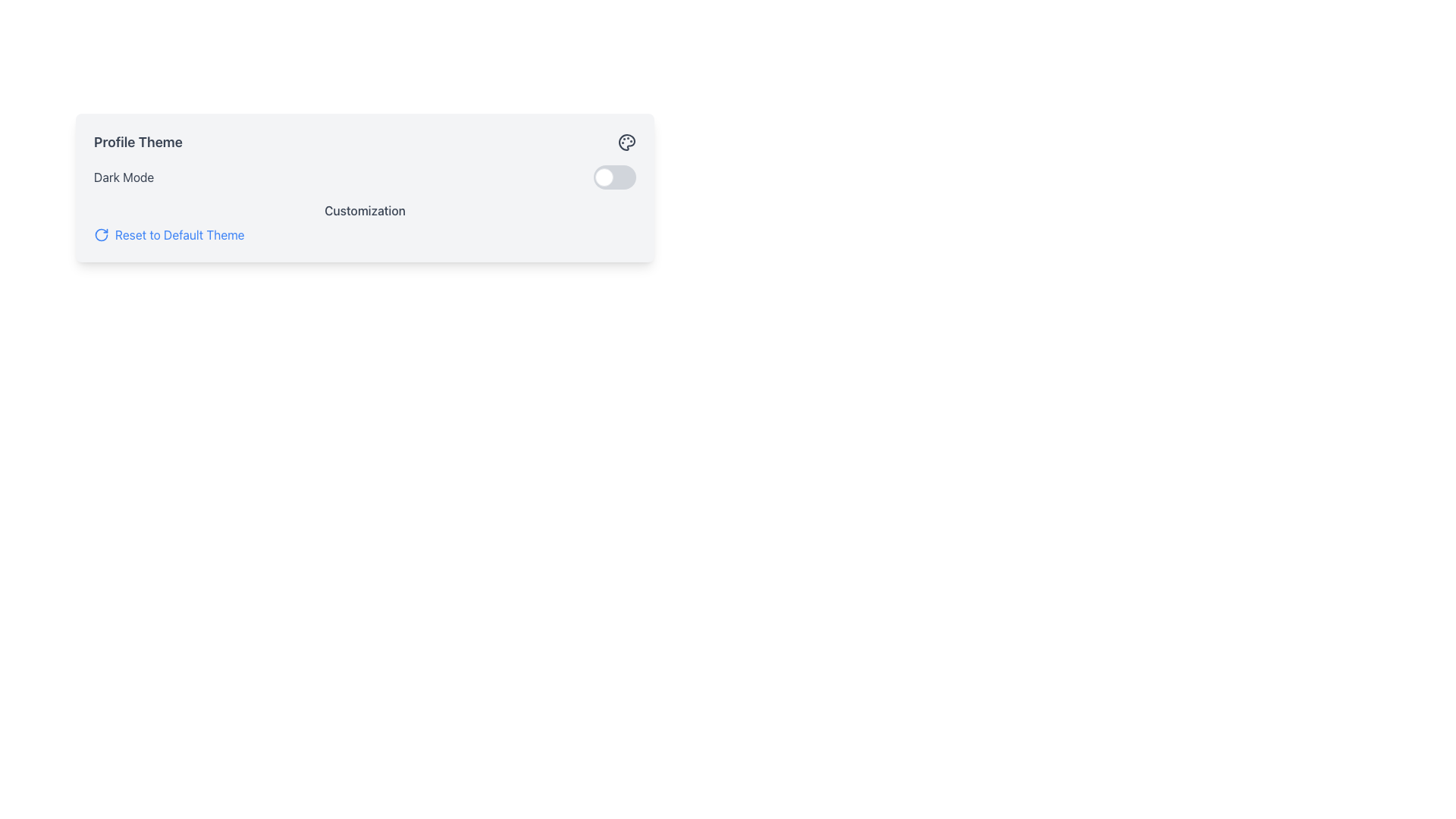 The height and width of the screenshot is (819, 1456). I want to click on the non-interactive text label that denotes the purpose of the 'CustomizationReset to Default Theme' section, which is positioned above the clickable link labeled 'Reset to Default Theme', so click(365, 210).